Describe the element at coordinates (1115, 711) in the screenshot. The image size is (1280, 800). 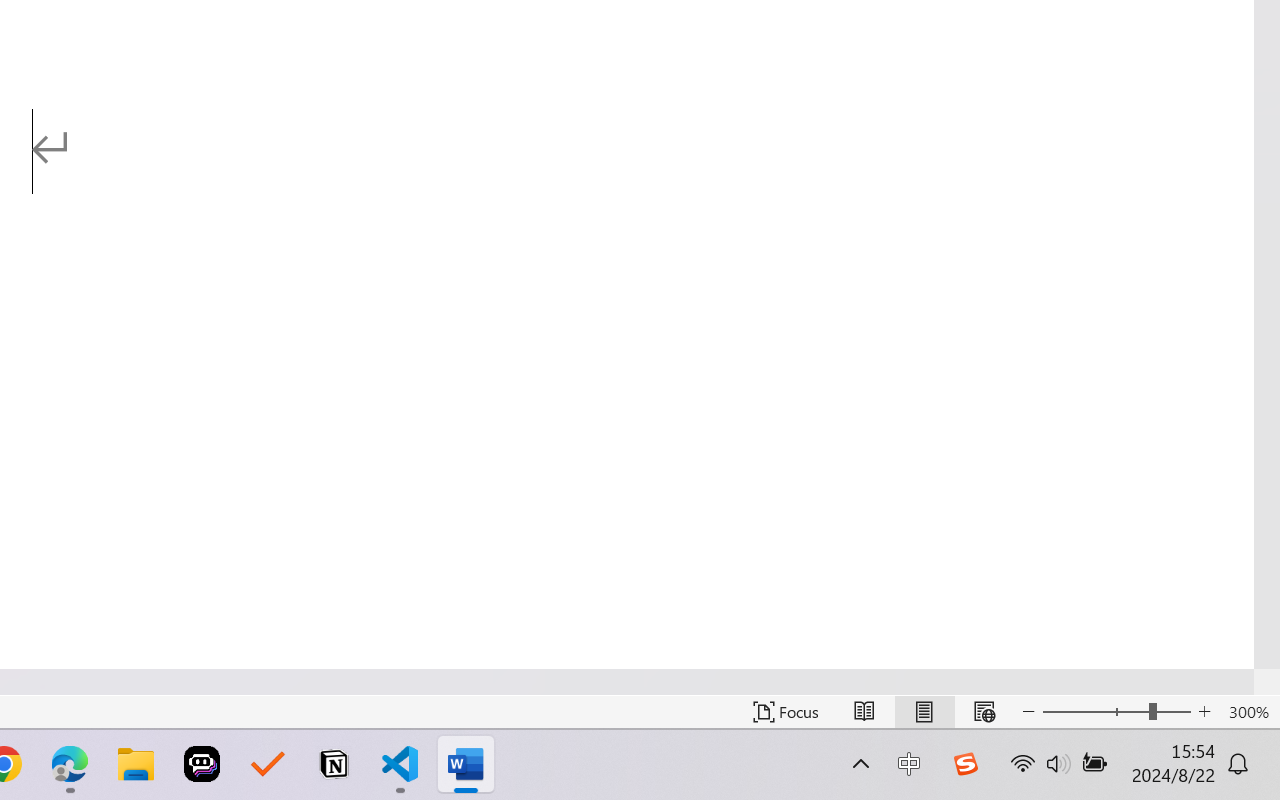
I see `'Zoom'` at that location.